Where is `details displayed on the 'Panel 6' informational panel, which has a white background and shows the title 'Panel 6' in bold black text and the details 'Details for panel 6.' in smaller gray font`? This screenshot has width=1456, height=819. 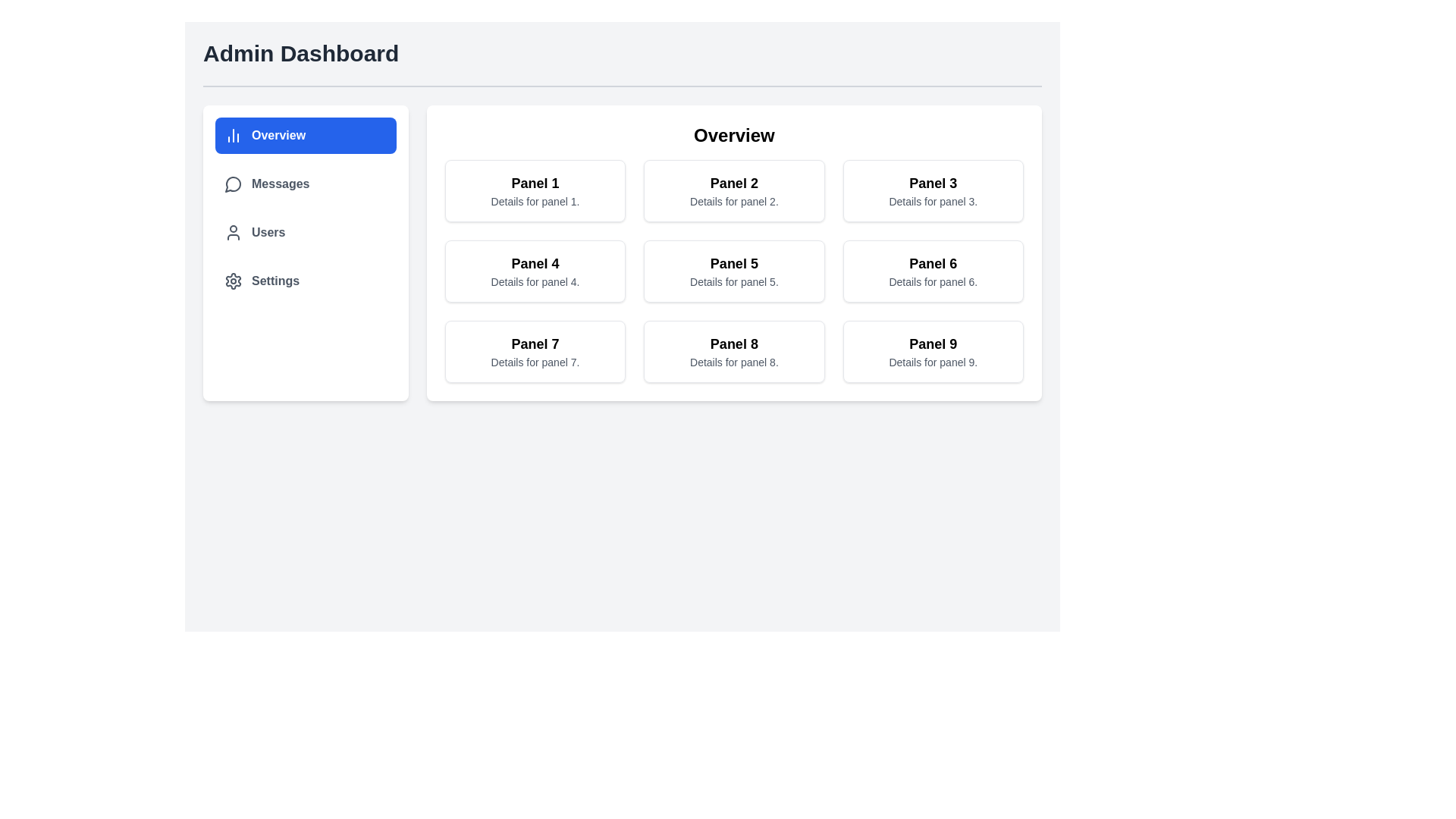
details displayed on the 'Panel 6' informational panel, which has a white background and shows the title 'Panel 6' in bold black text and the details 'Details for panel 6.' in smaller gray font is located at coordinates (932, 271).